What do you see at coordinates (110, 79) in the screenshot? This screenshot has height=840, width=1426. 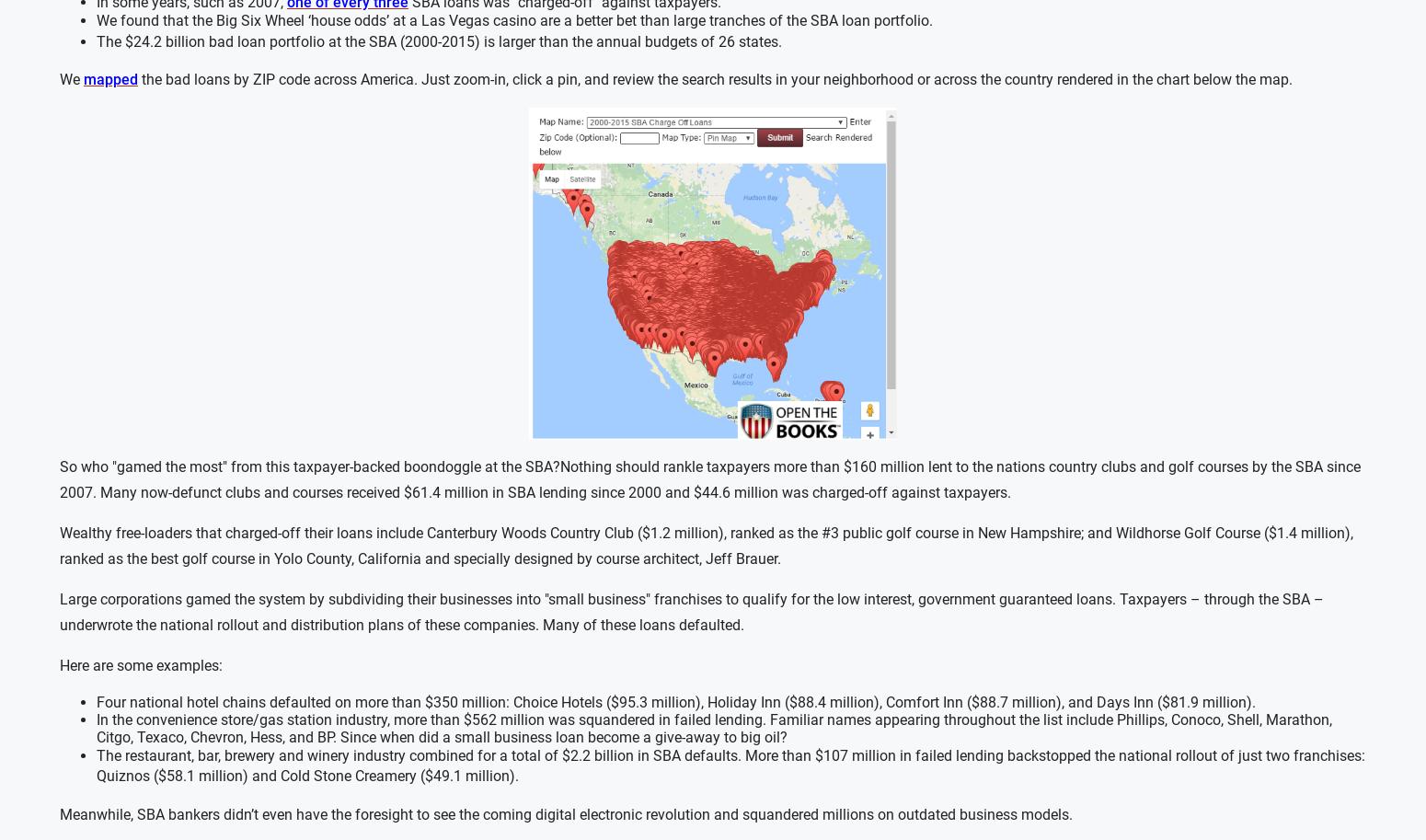 I see `'mapped'` at bounding box center [110, 79].